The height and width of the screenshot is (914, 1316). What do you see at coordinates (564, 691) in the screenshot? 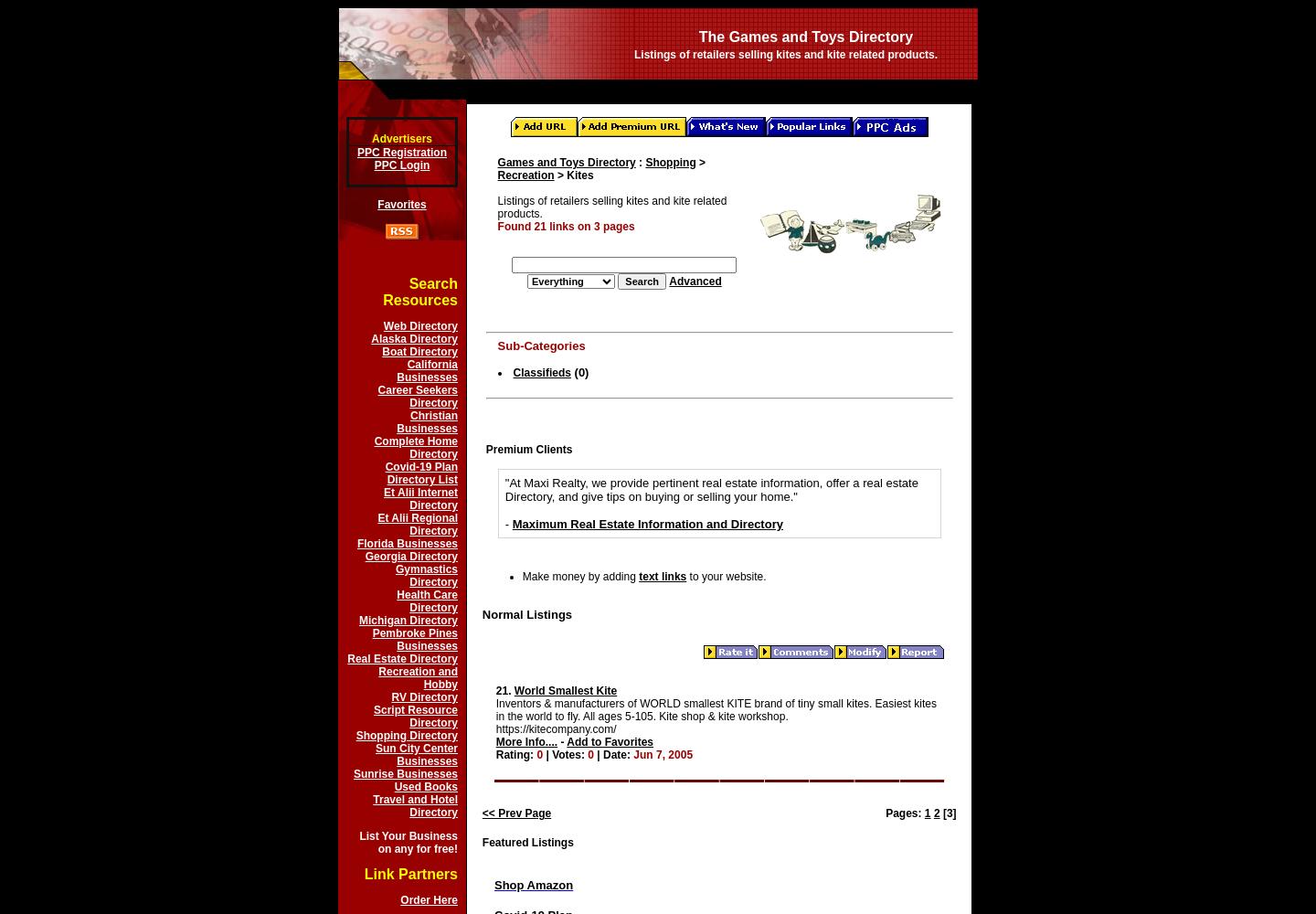
I see `'World Smallest Kite'` at bounding box center [564, 691].